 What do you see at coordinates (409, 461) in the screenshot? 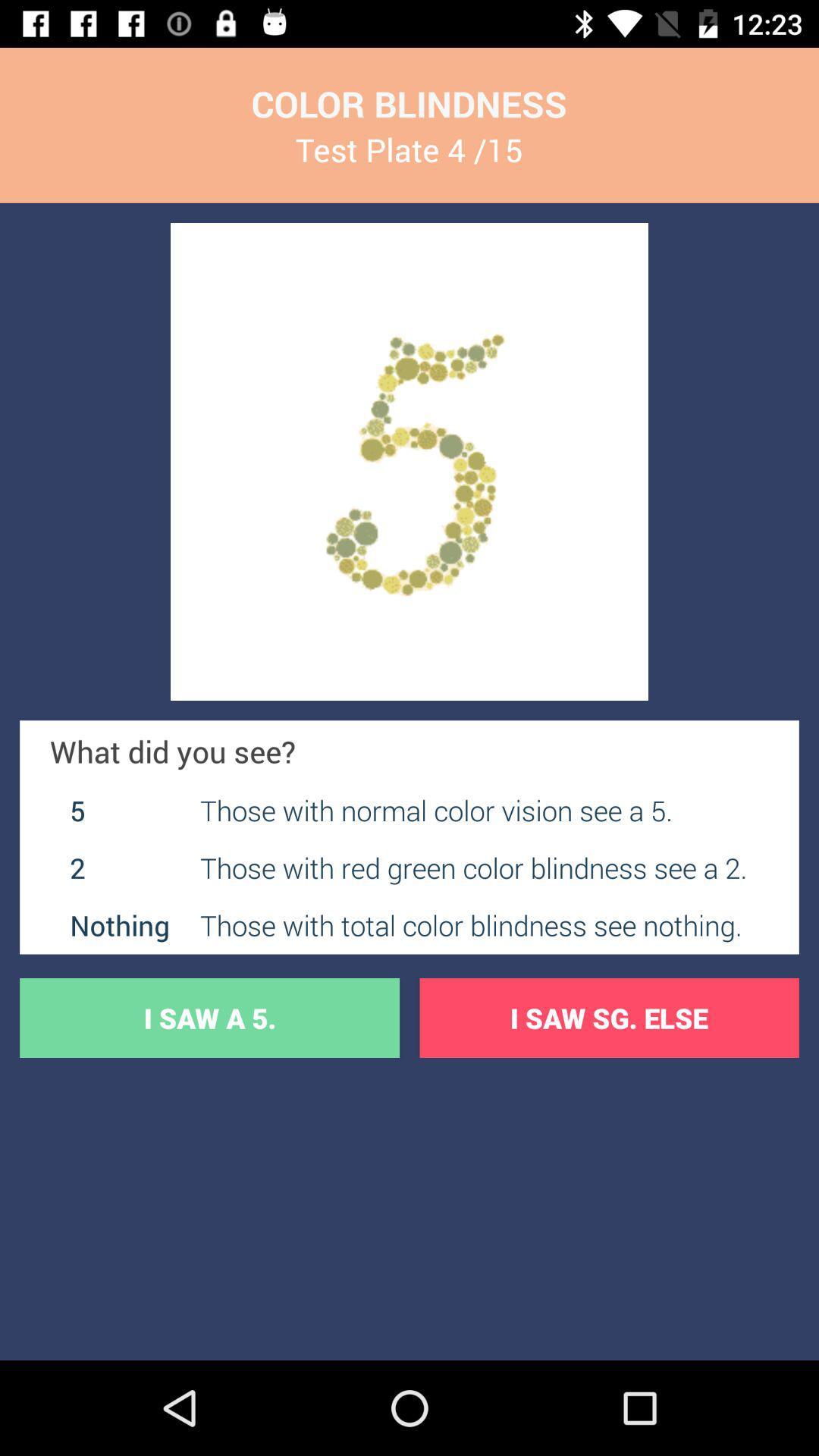
I see `image display` at bounding box center [409, 461].